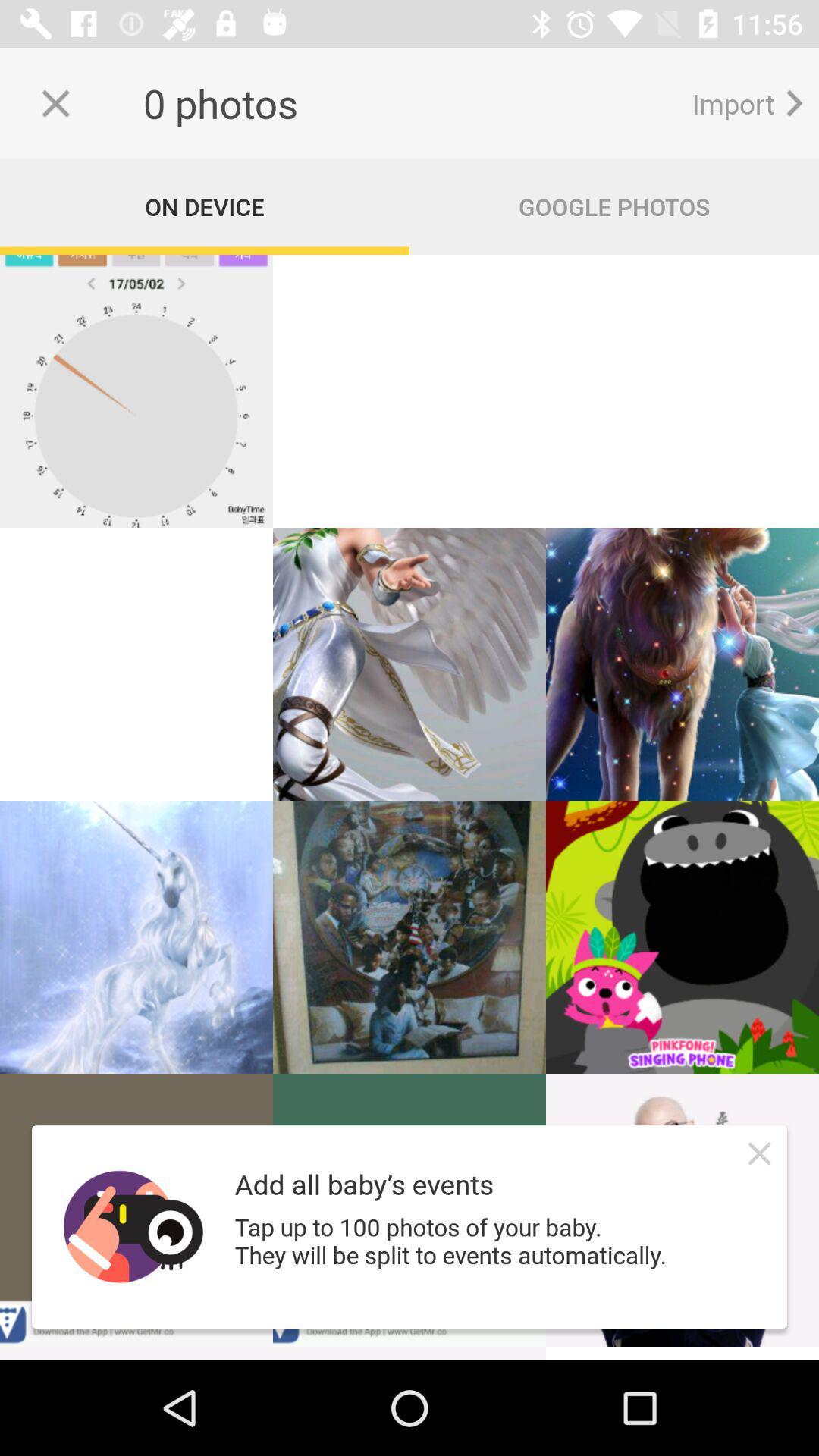 The width and height of the screenshot is (819, 1456). Describe the element at coordinates (409, 664) in the screenshot. I see `the image in the second row` at that location.